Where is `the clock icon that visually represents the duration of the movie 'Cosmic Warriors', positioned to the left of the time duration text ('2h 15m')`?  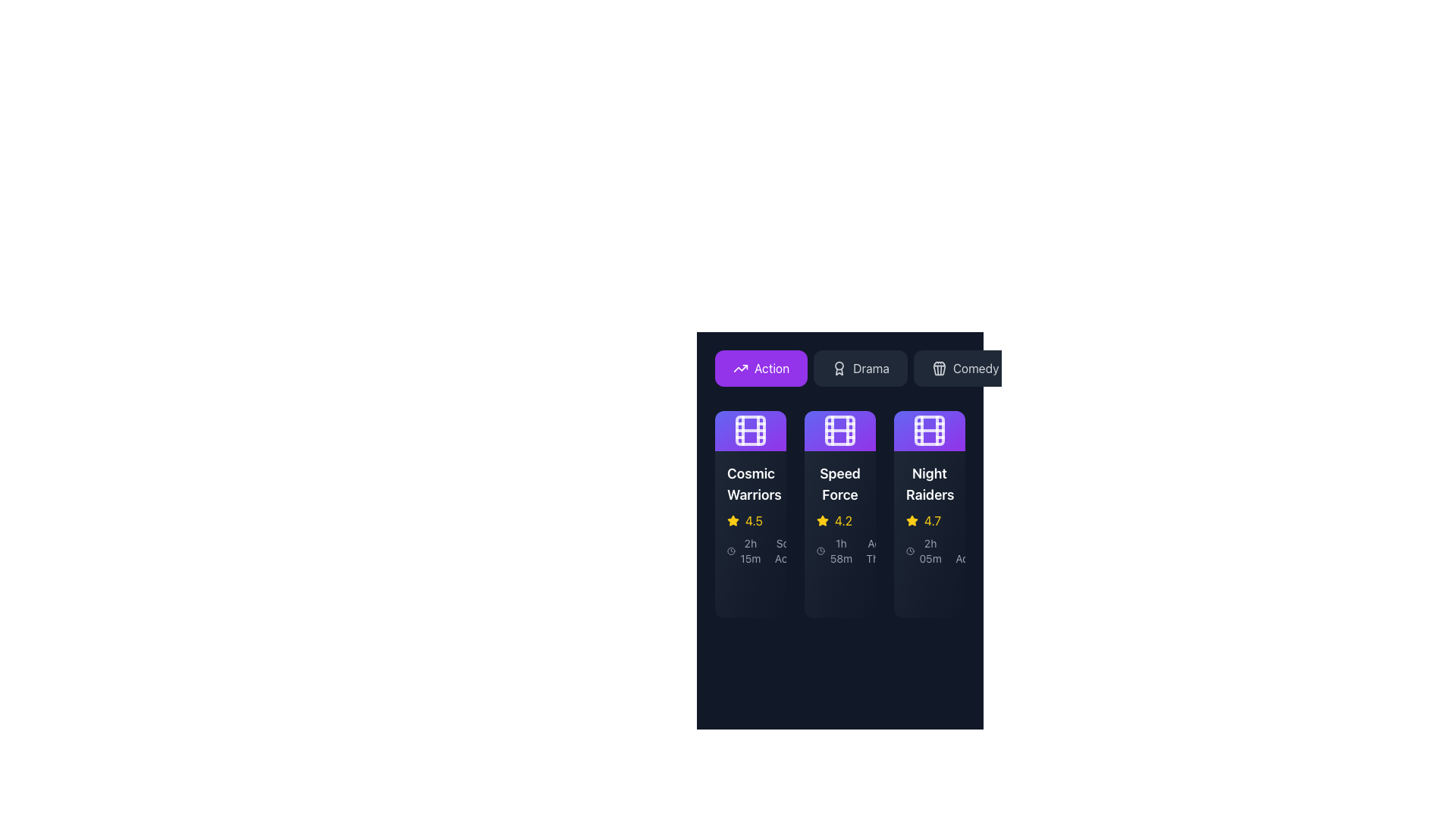
the clock icon that visually represents the duration of the movie 'Cosmic Warriors', positioned to the left of the time duration text ('2h 15m') is located at coordinates (731, 551).